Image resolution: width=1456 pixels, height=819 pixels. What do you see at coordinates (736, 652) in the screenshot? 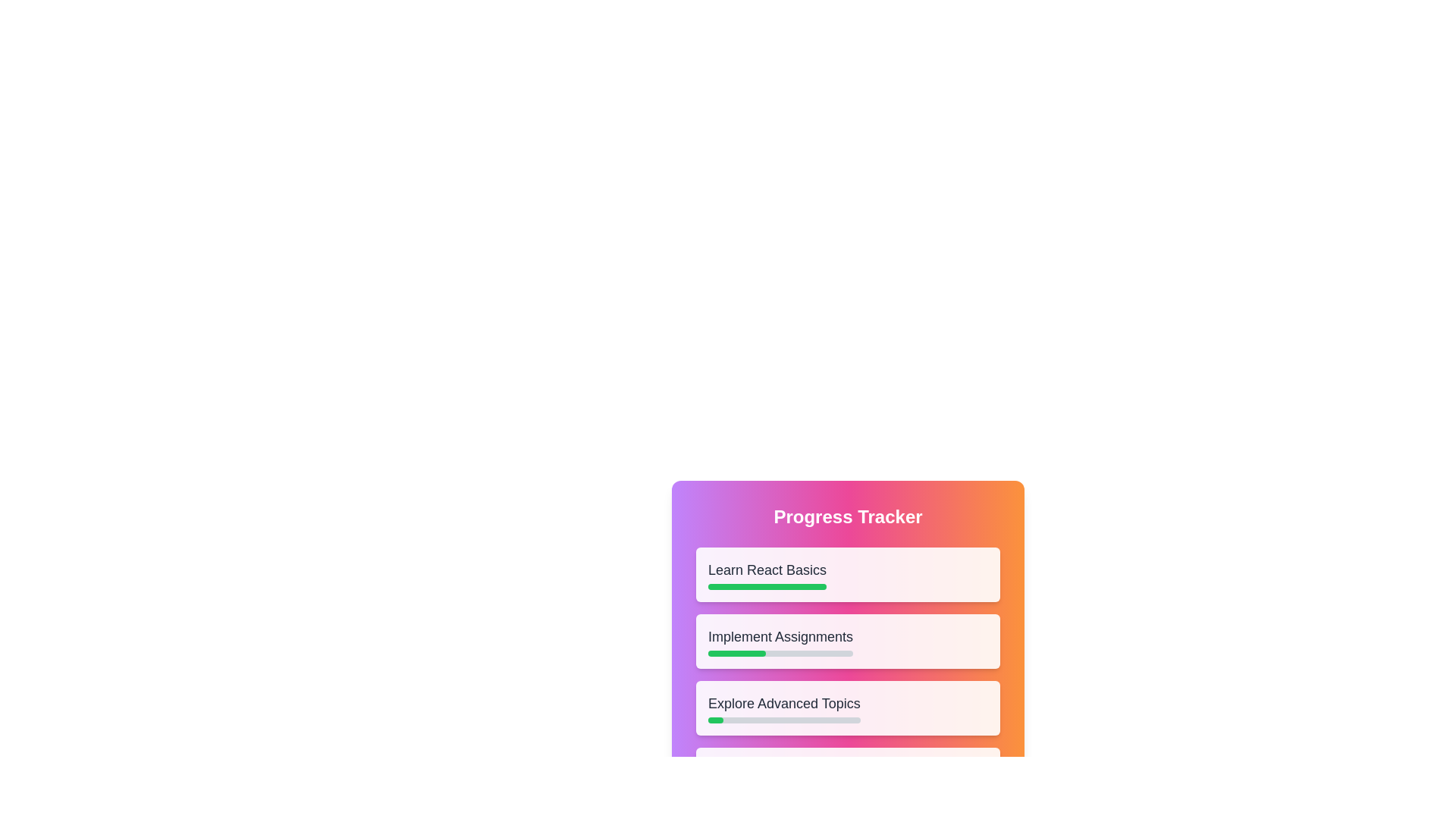
I see `the progress bar of Implement Assignments to view details` at bounding box center [736, 652].